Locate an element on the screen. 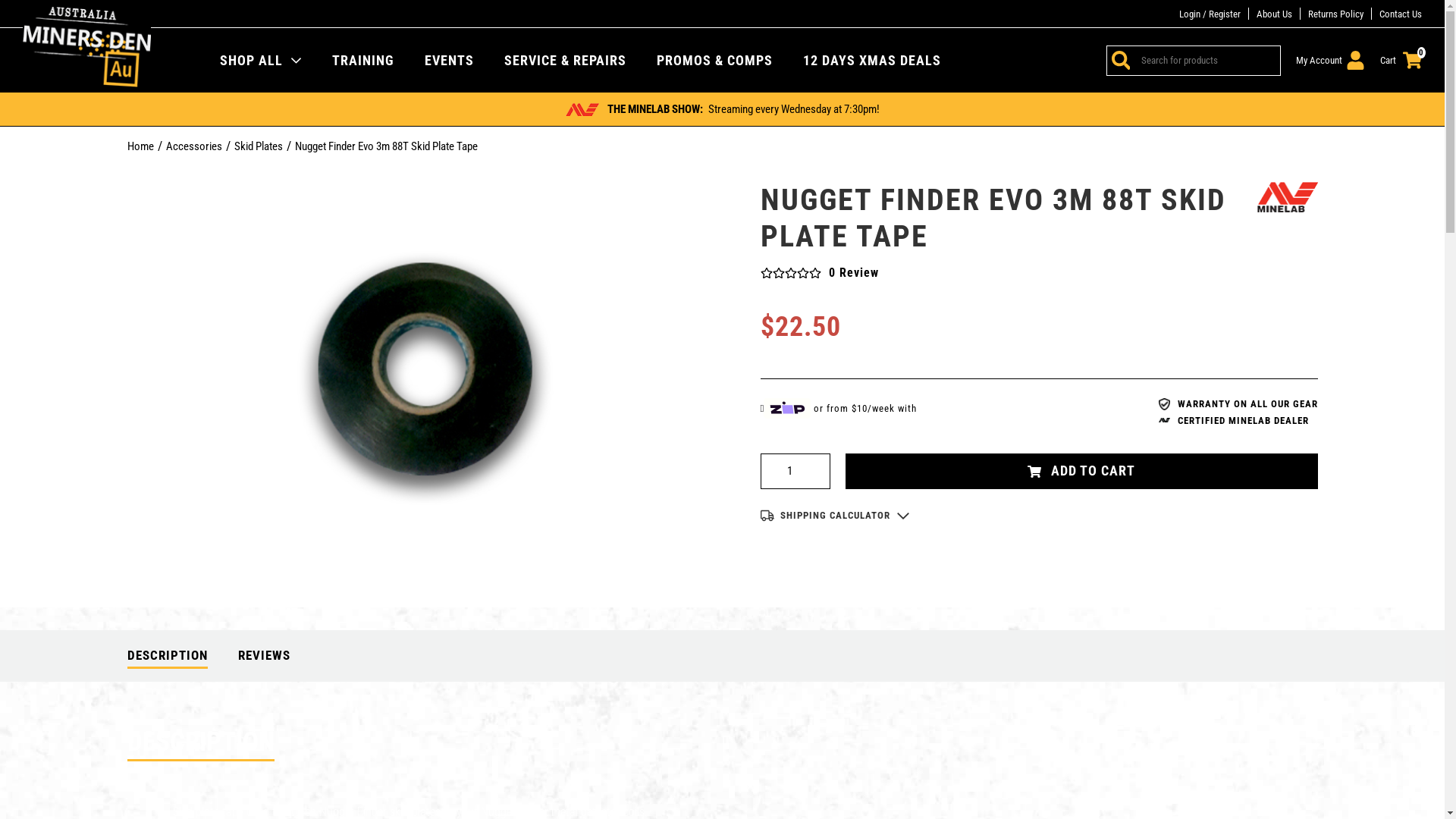  'SERVICE & REPAIRS' is located at coordinates (564, 58).